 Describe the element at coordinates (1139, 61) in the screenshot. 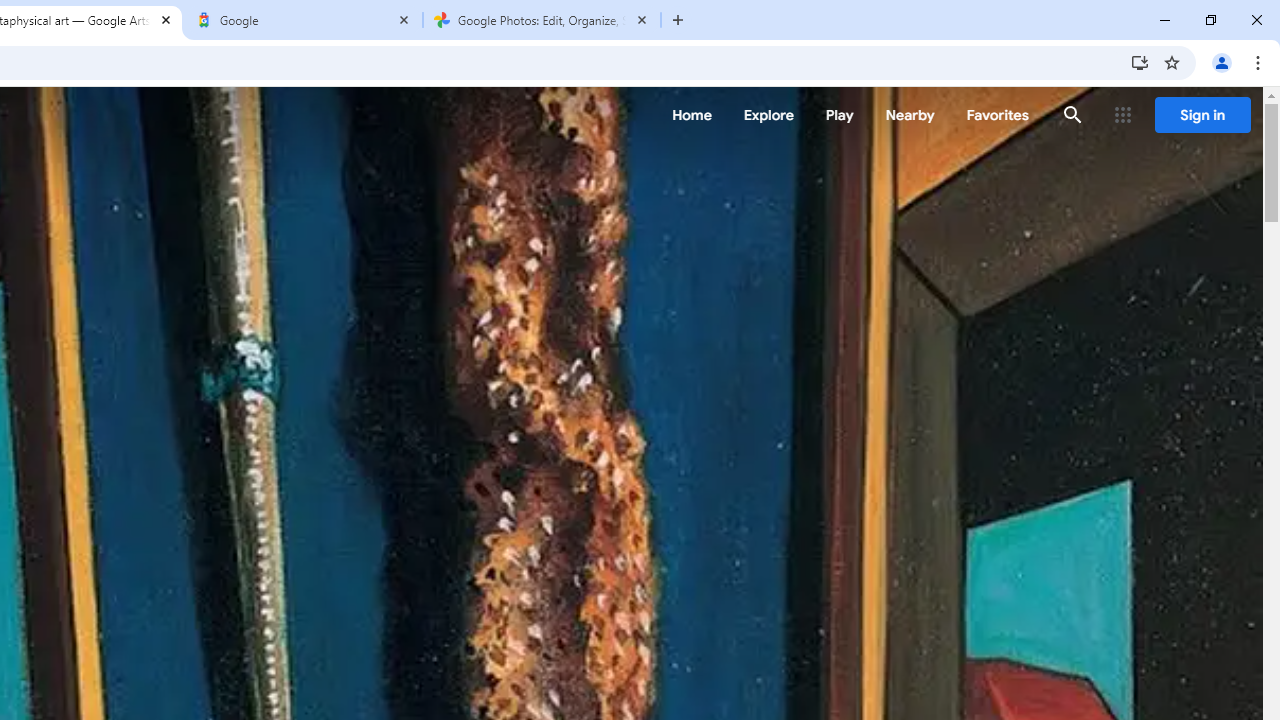

I see `'Install Google Arts & Culture'` at that location.